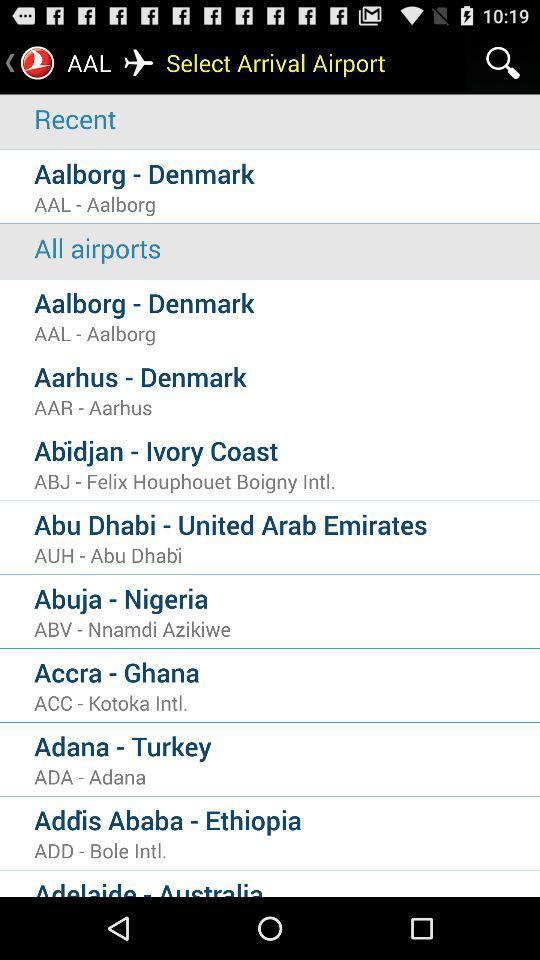  Describe the element at coordinates (502, 62) in the screenshot. I see `item next to the select arrival airport item` at that location.